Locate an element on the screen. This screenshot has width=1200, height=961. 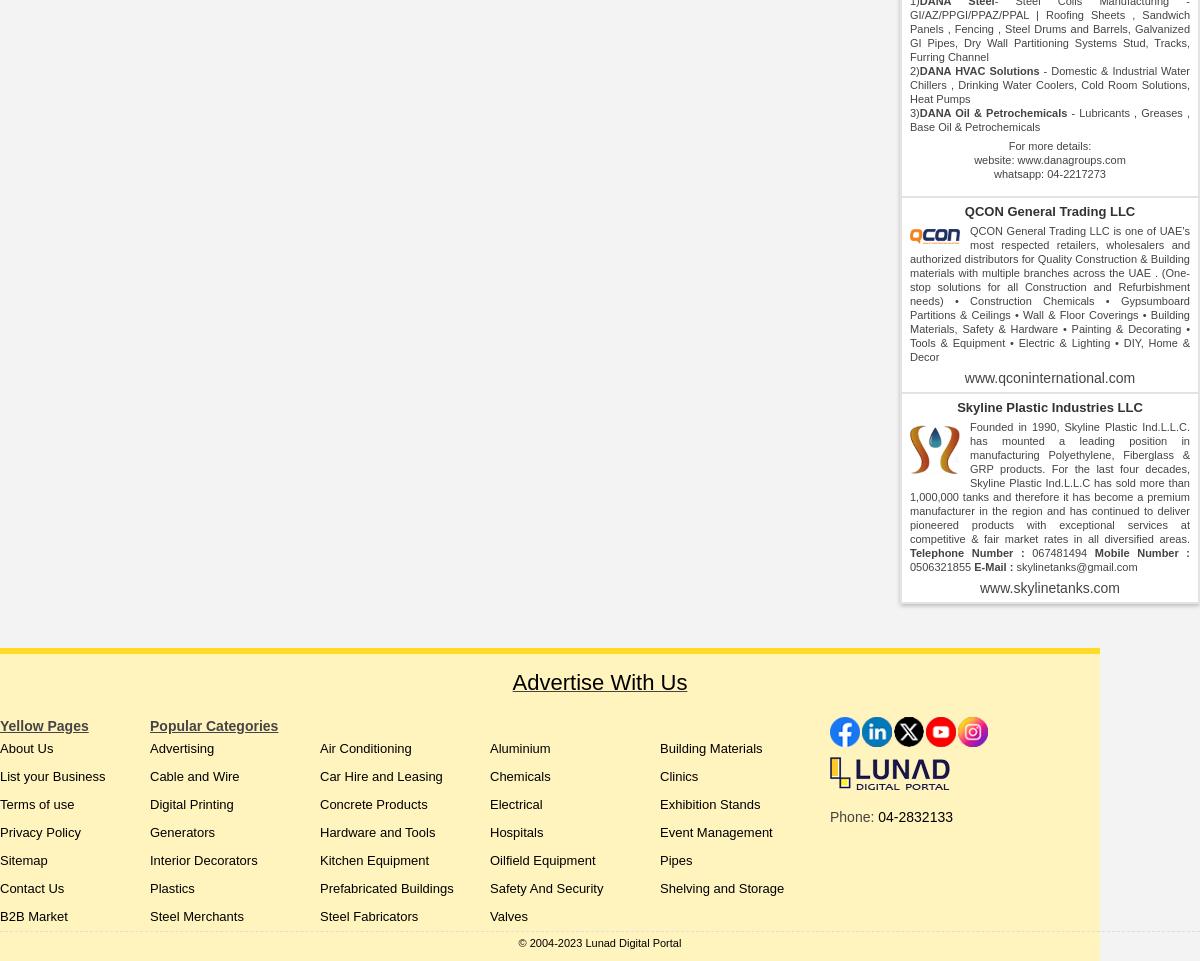
'E-Mail :' is located at coordinates (974, 565).